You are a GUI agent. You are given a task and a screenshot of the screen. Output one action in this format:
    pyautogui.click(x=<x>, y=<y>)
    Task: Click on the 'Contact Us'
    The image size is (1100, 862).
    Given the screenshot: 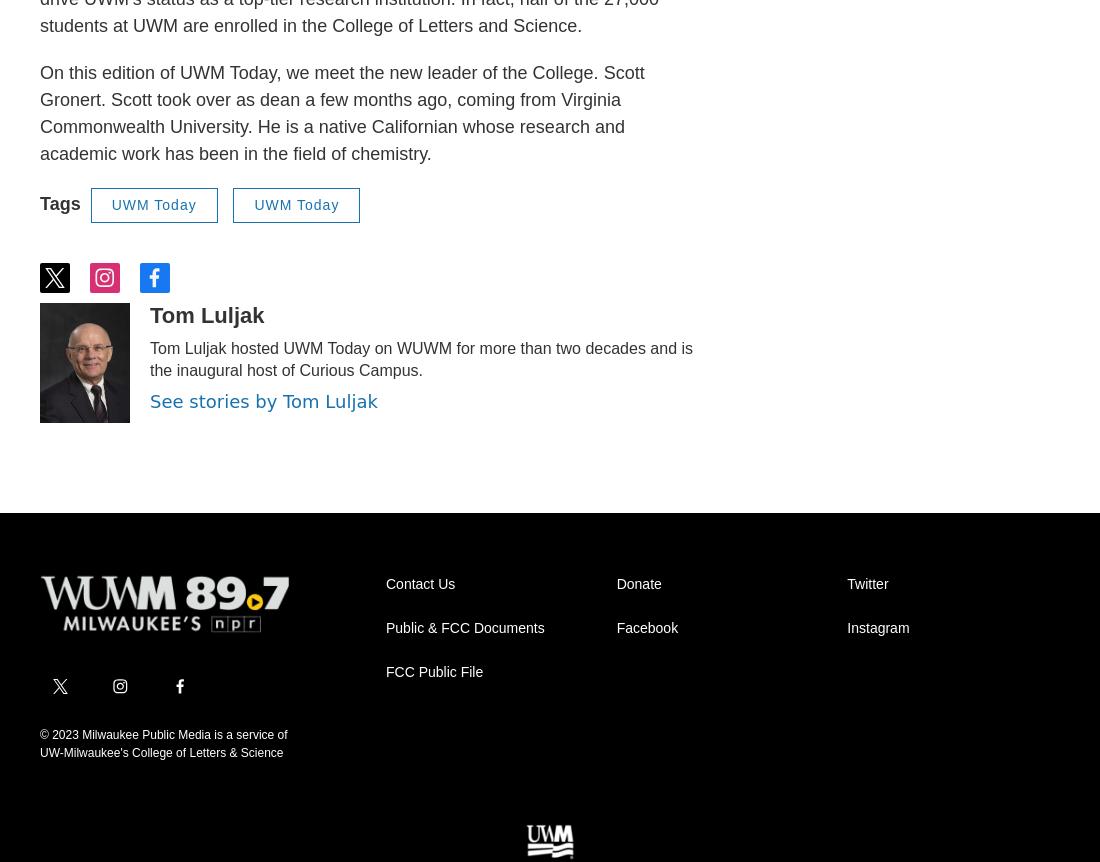 What is the action you would take?
    pyautogui.click(x=419, y=582)
    